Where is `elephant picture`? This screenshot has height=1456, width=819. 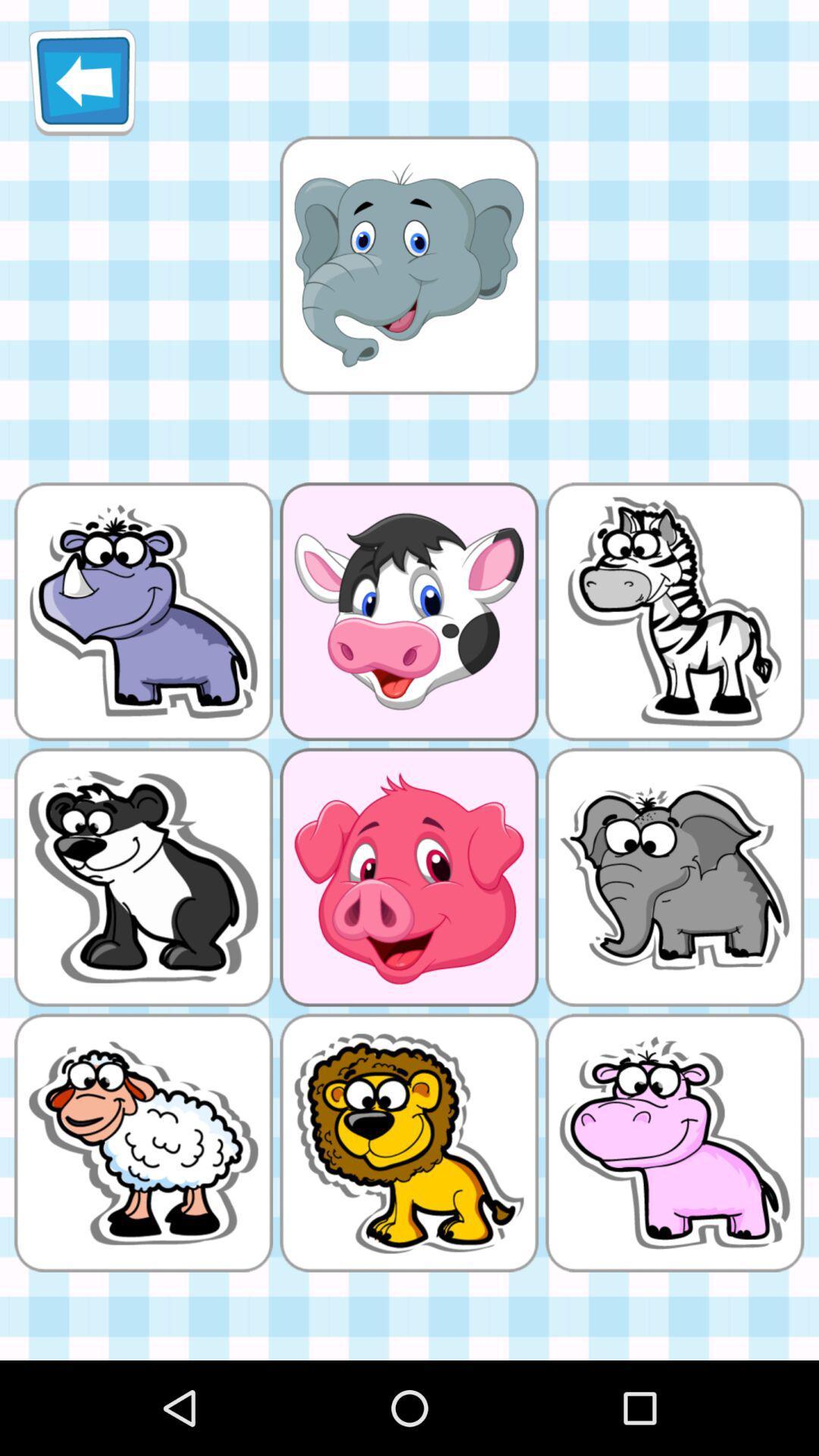
elephant picture is located at coordinates (408, 265).